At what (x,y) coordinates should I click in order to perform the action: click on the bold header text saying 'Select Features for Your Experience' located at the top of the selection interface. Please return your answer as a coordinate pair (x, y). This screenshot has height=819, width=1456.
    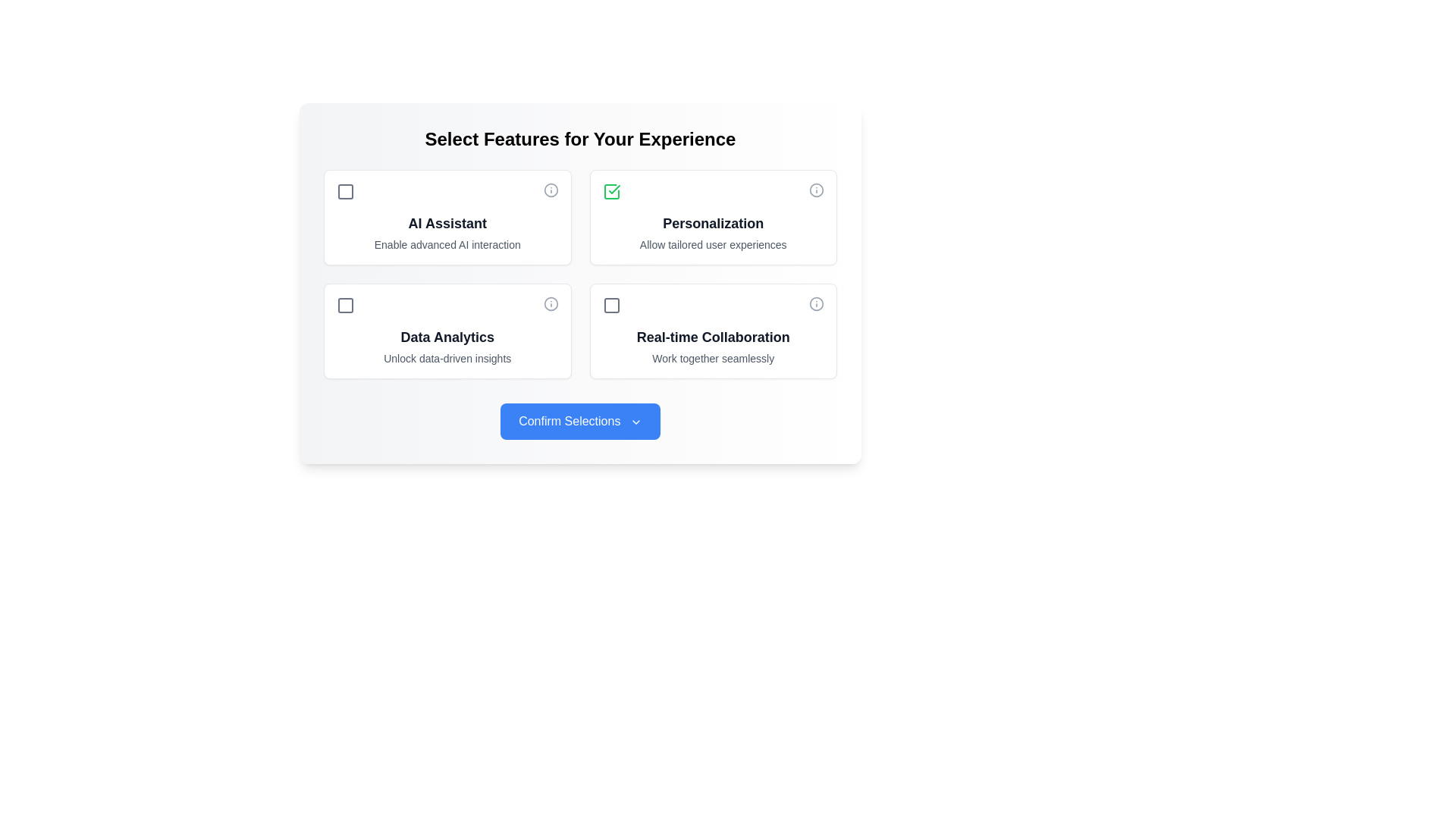
    Looking at the image, I should click on (579, 140).